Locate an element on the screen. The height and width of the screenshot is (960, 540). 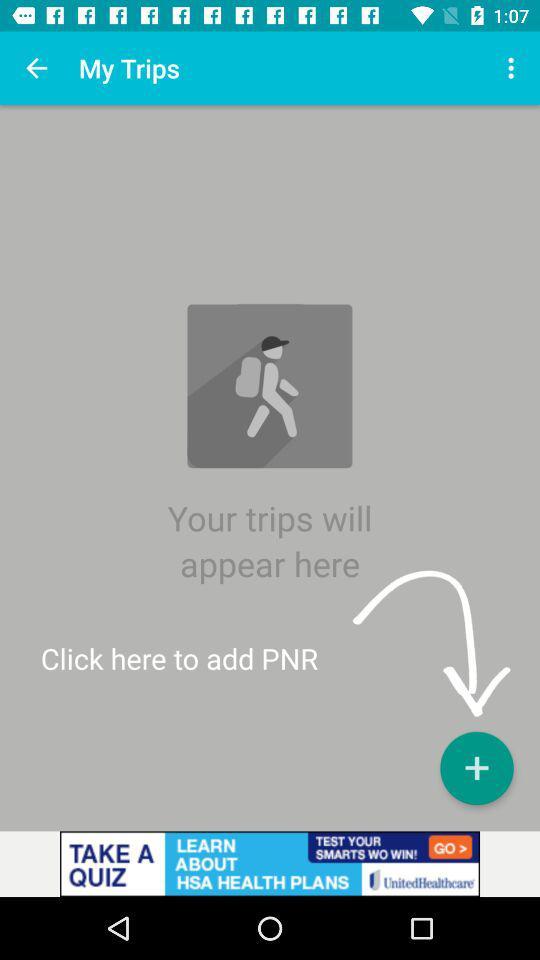
option is located at coordinates (475, 767).